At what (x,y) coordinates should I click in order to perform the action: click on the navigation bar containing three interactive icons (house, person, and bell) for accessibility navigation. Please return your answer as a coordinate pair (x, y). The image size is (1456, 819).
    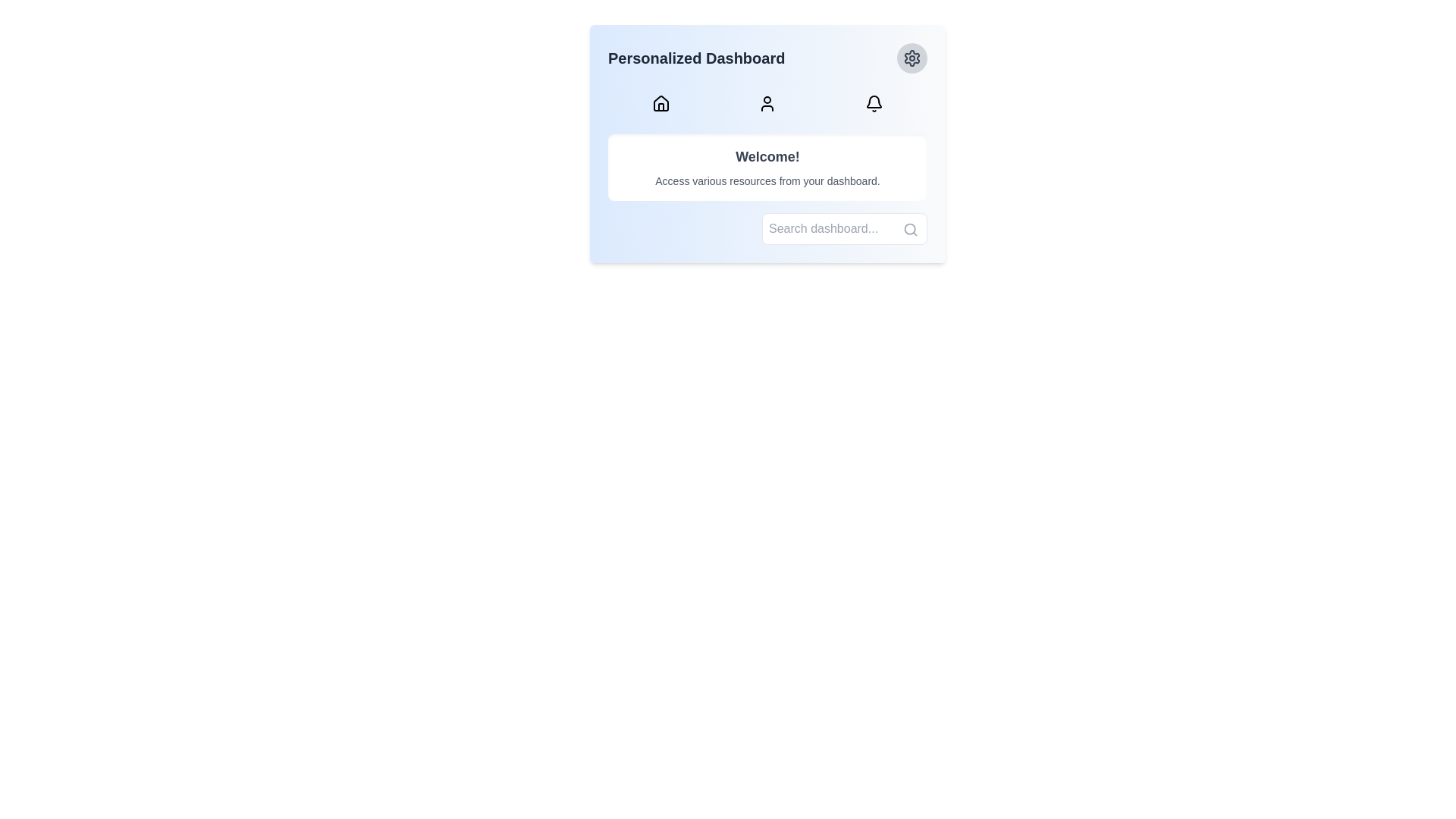
    Looking at the image, I should click on (767, 103).